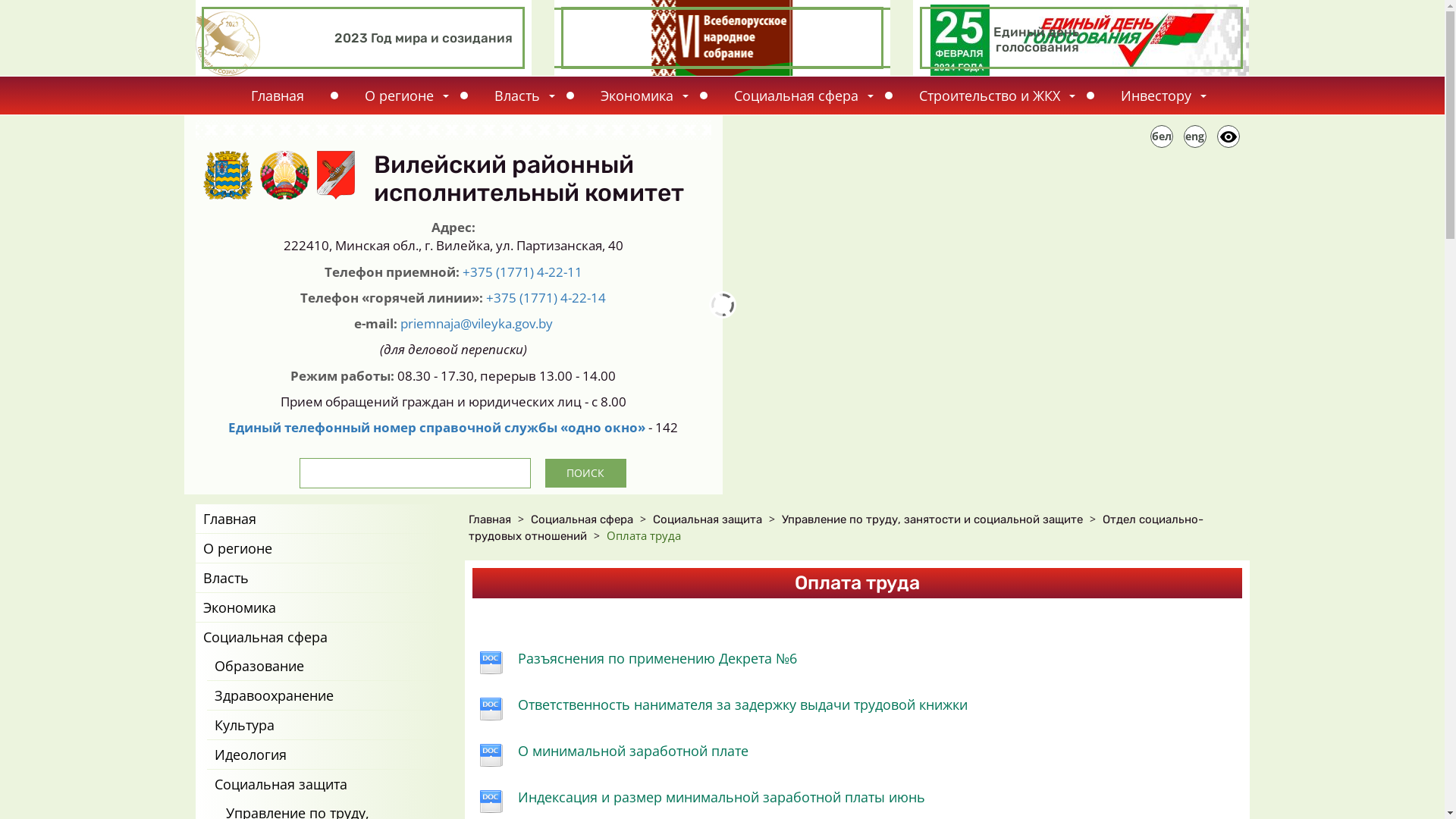 The width and height of the screenshot is (1456, 819). Describe the element at coordinates (475, 322) in the screenshot. I see `'priemnaja@vileyka.gov.by'` at that location.